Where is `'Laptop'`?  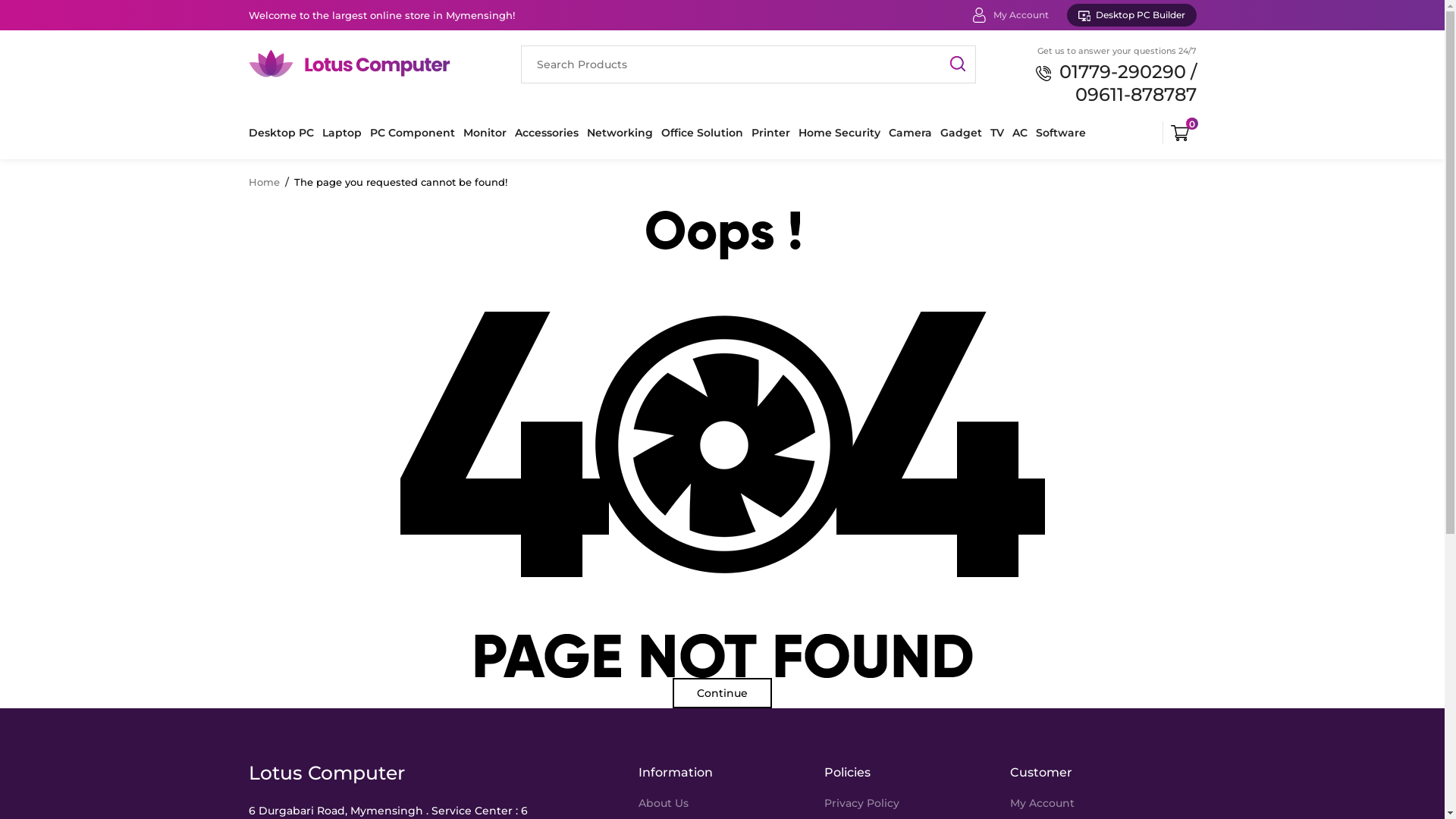 'Laptop' is located at coordinates (340, 131).